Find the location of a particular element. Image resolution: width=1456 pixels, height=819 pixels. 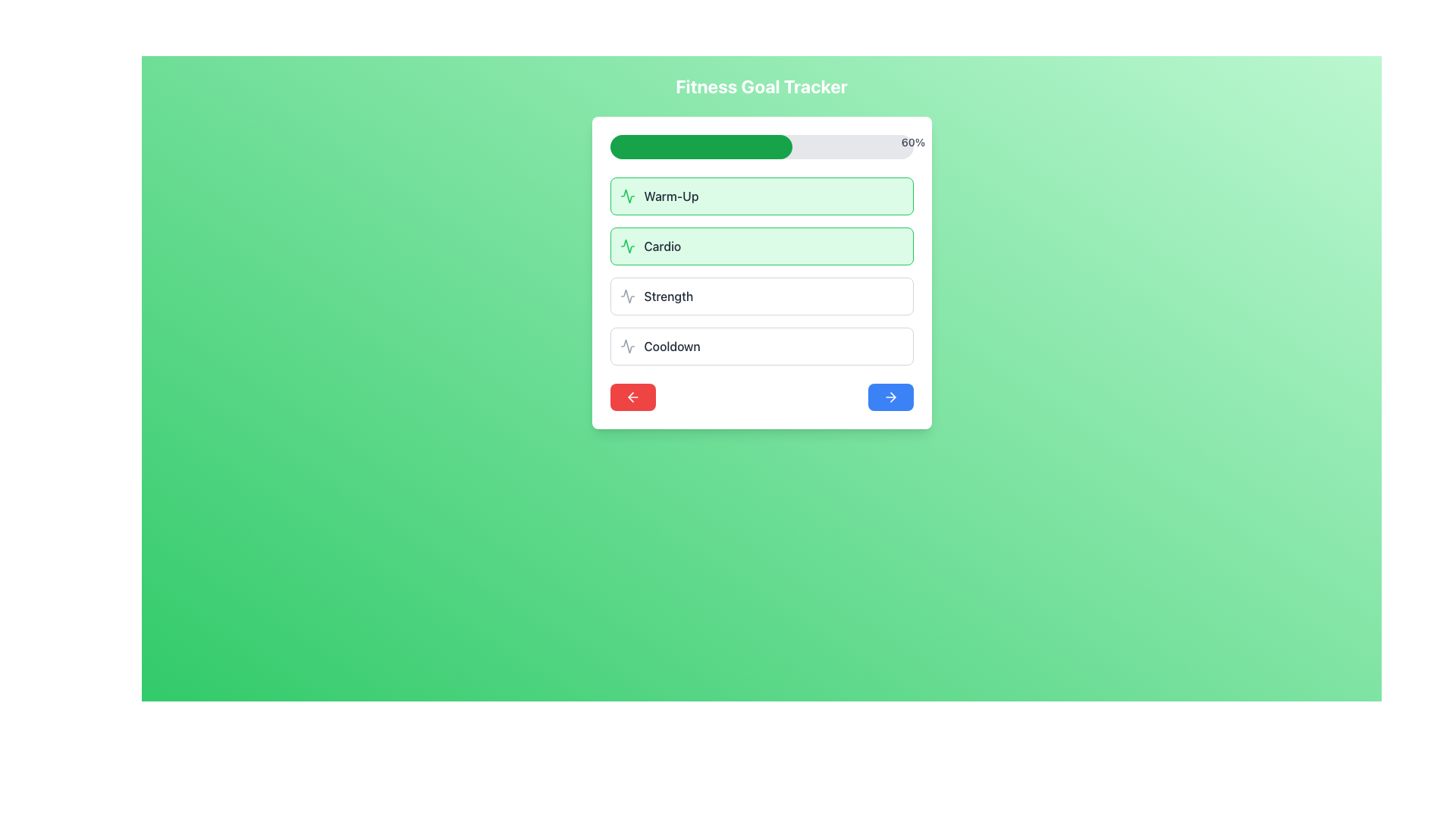

text content of the 'Warm-Up' text label, which is styled in medium-sized dark gray font and is located in the 'Fitness Goal Tracker' section, positioned between an icon and 'Cardio' is located at coordinates (670, 195).